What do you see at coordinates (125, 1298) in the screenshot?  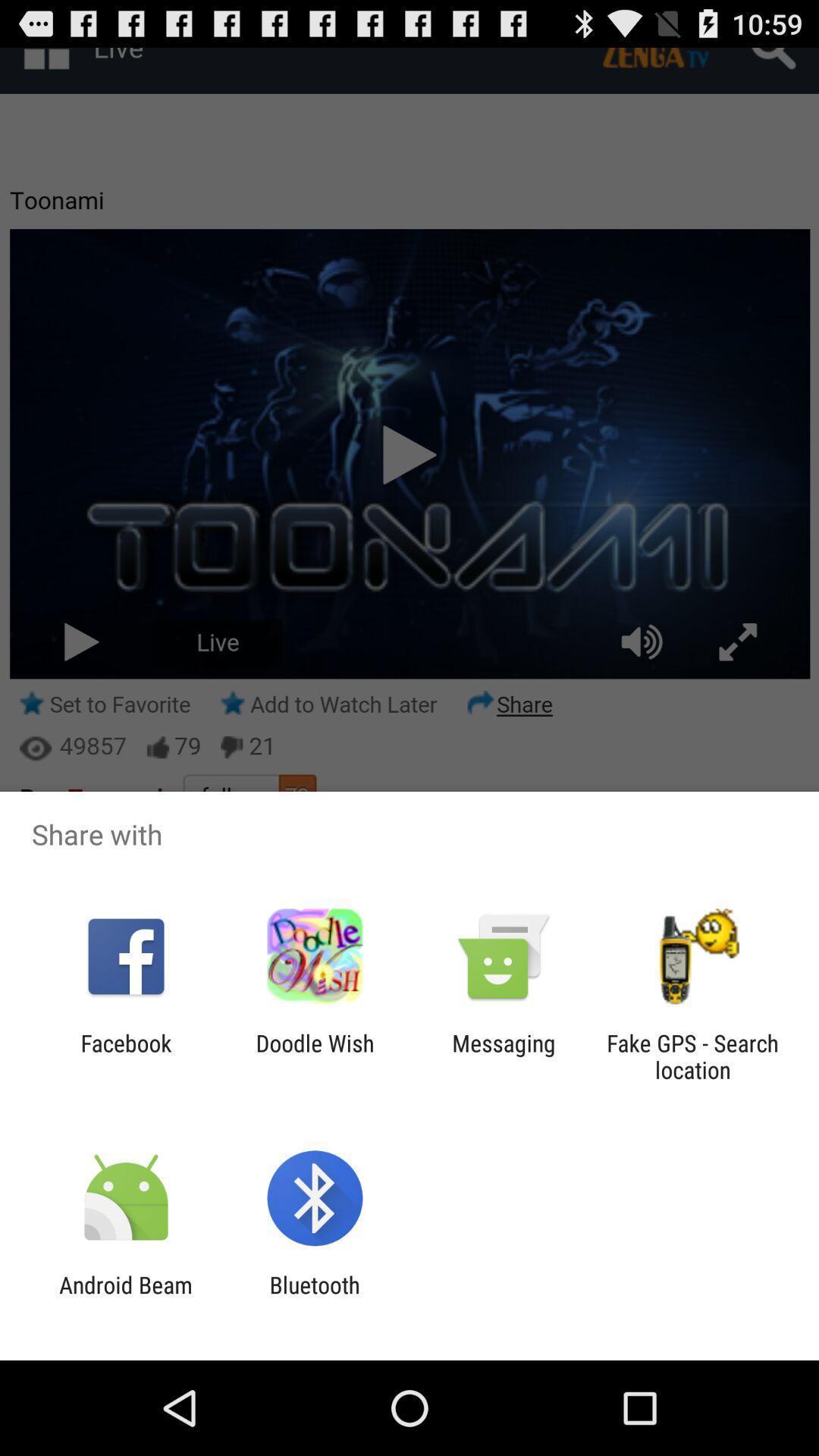 I see `app to the left of bluetooth item` at bounding box center [125, 1298].